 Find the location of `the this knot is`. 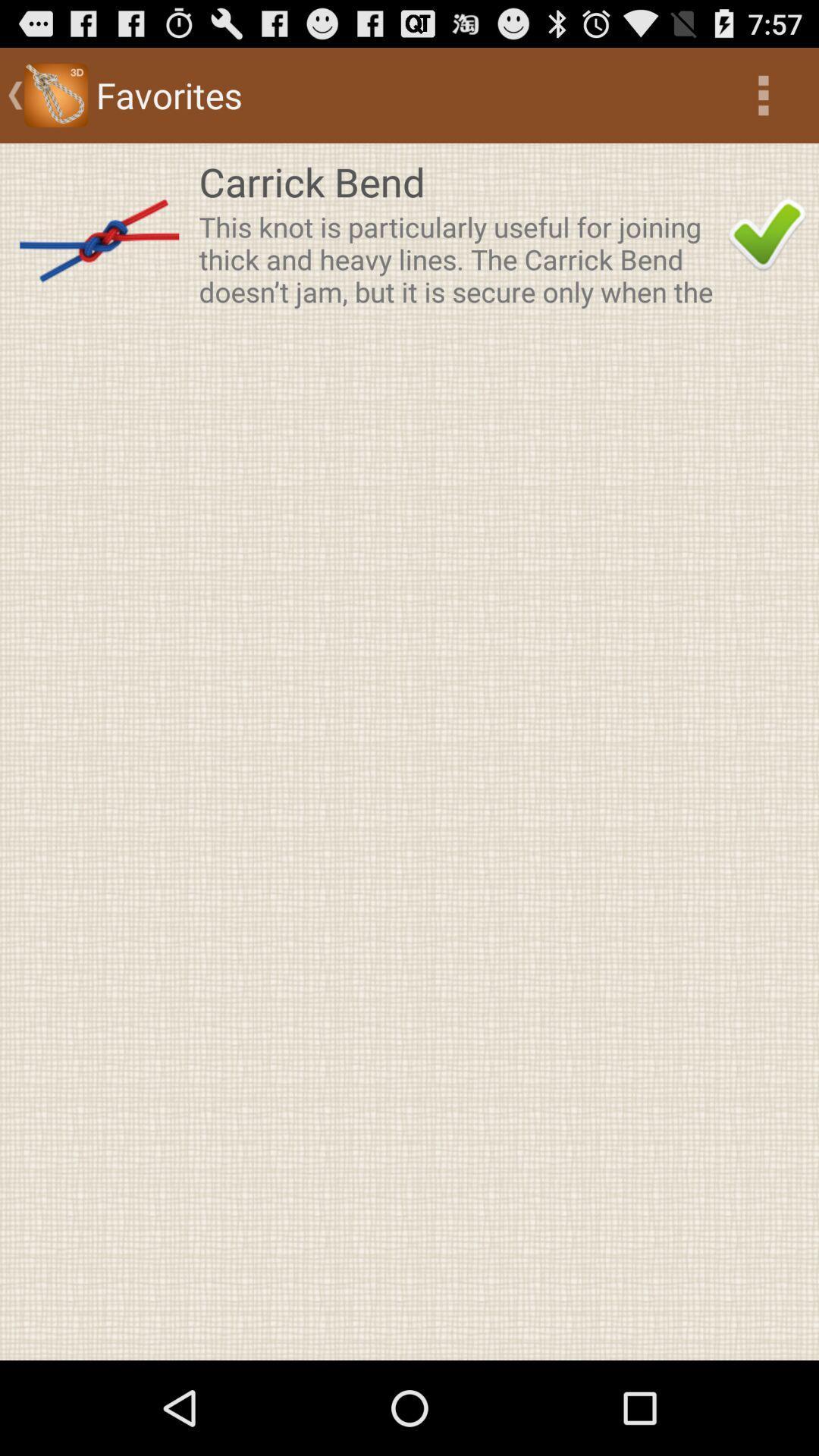

the this knot is is located at coordinates (458, 259).